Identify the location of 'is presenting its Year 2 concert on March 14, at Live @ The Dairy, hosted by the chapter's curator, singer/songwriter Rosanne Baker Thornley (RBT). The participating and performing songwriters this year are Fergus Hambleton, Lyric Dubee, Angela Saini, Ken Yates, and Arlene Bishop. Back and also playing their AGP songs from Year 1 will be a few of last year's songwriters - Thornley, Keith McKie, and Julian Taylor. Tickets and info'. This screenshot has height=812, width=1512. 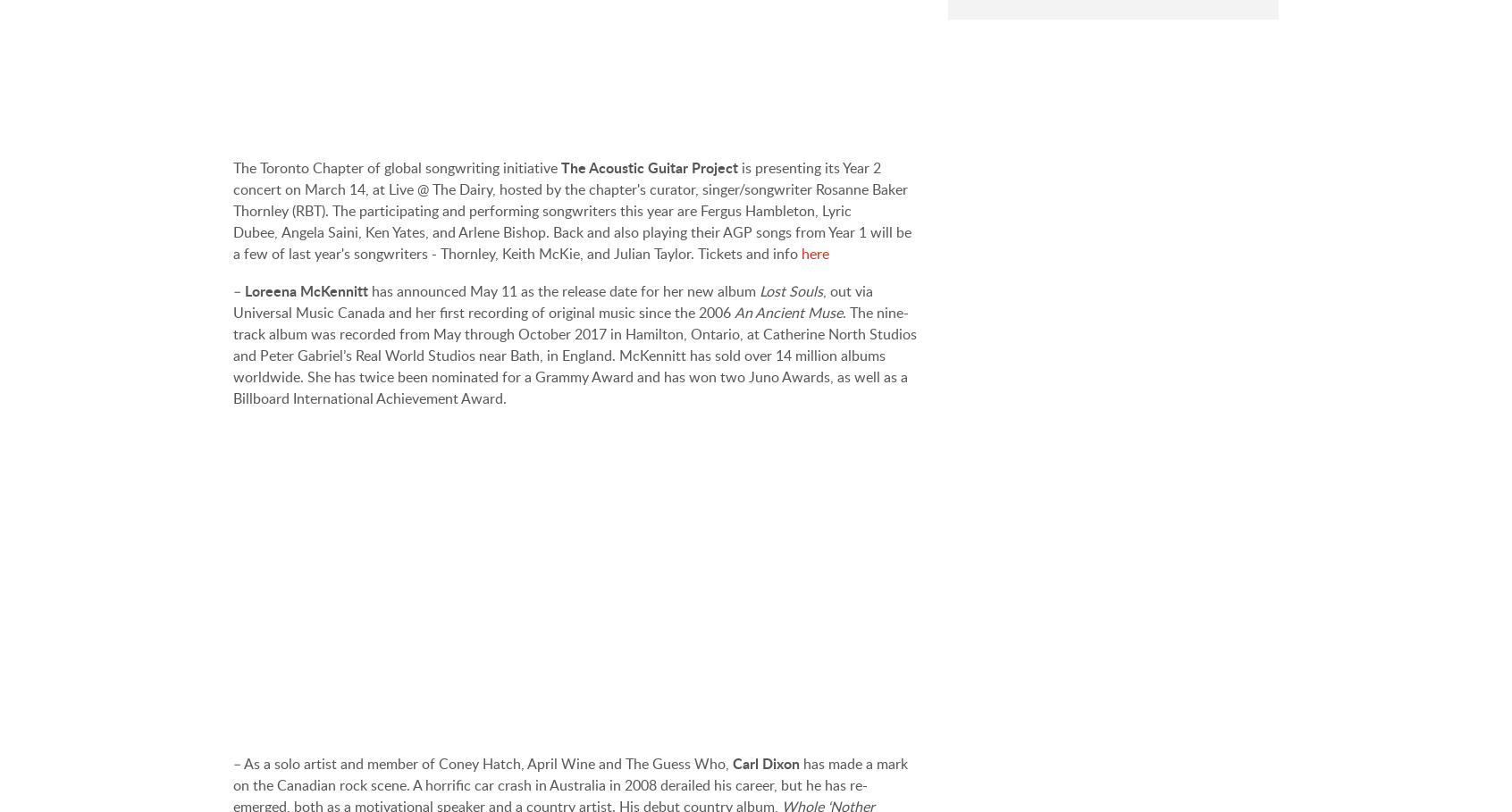
(572, 209).